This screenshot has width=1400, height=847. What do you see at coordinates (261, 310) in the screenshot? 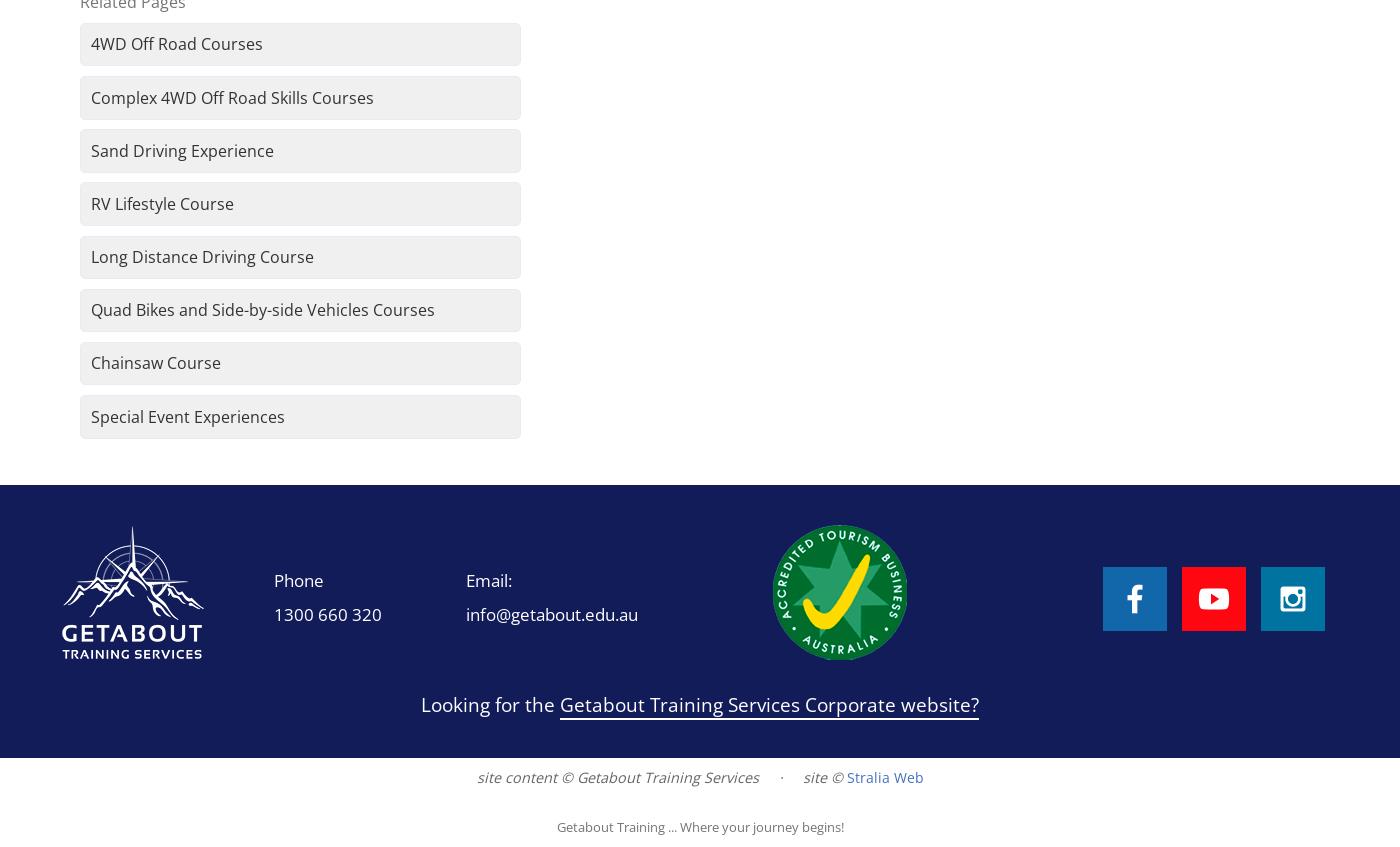
I see `'Quad Bikes and Side-by-side Vehicles Courses'` at bounding box center [261, 310].